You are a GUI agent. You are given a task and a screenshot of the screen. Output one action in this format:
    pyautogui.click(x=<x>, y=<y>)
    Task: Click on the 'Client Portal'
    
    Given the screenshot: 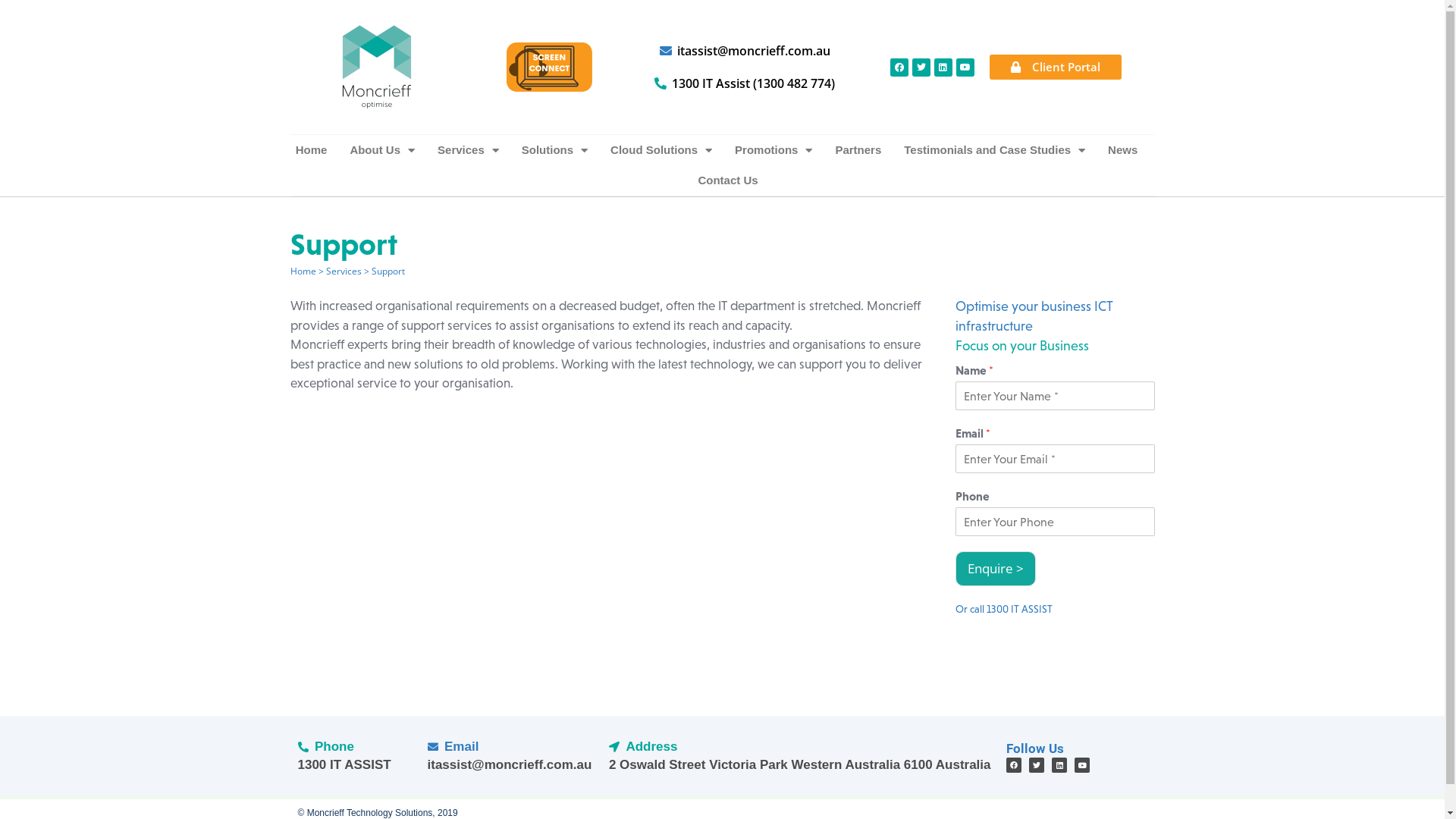 What is the action you would take?
    pyautogui.click(x=989, y=66)
    